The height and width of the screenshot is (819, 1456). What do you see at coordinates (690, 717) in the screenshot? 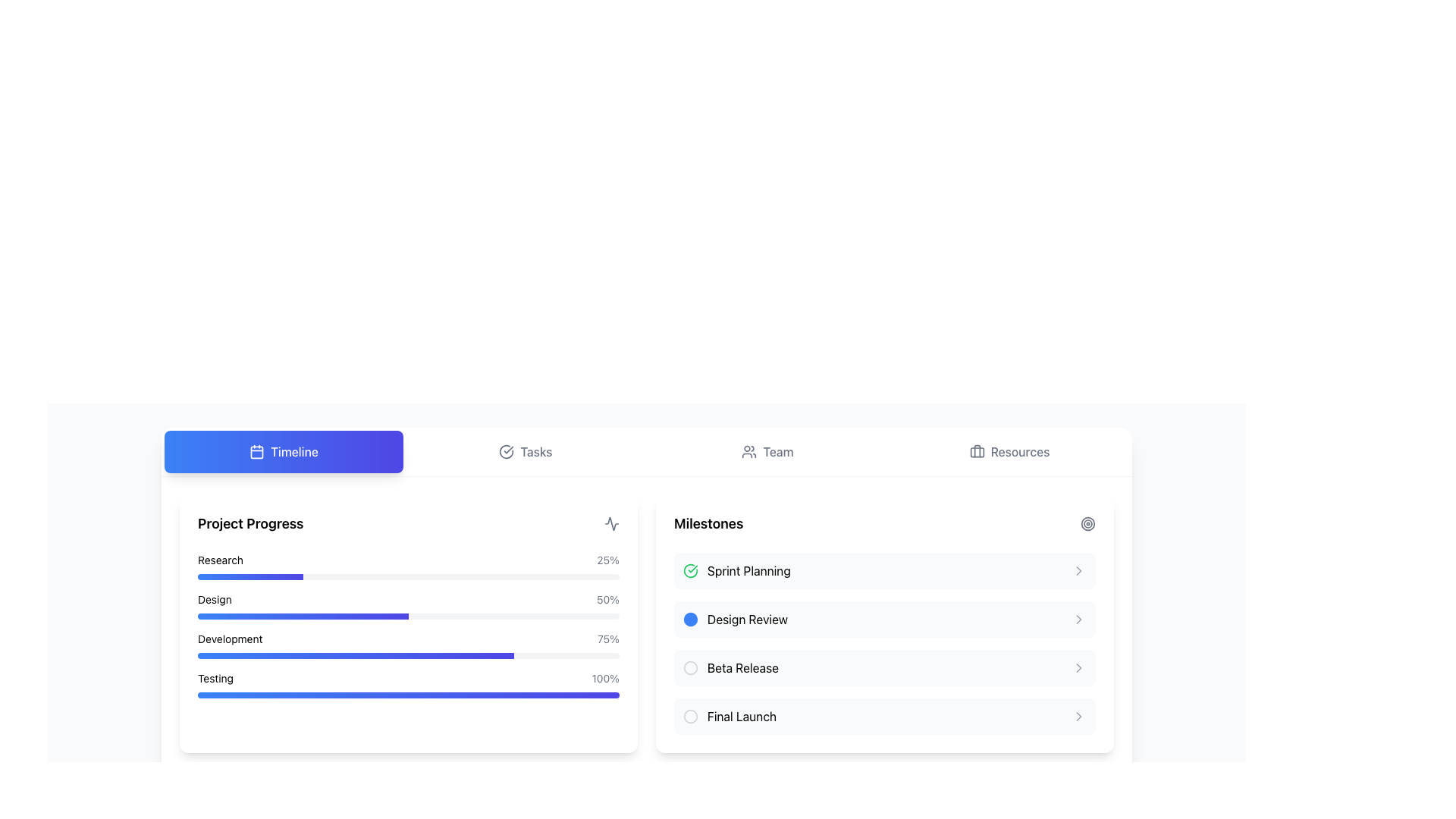
I see `the circular hollow light gray icon located to the left of the 'Final Launch' text in the Milestones section` at bounding box center [690, 717].